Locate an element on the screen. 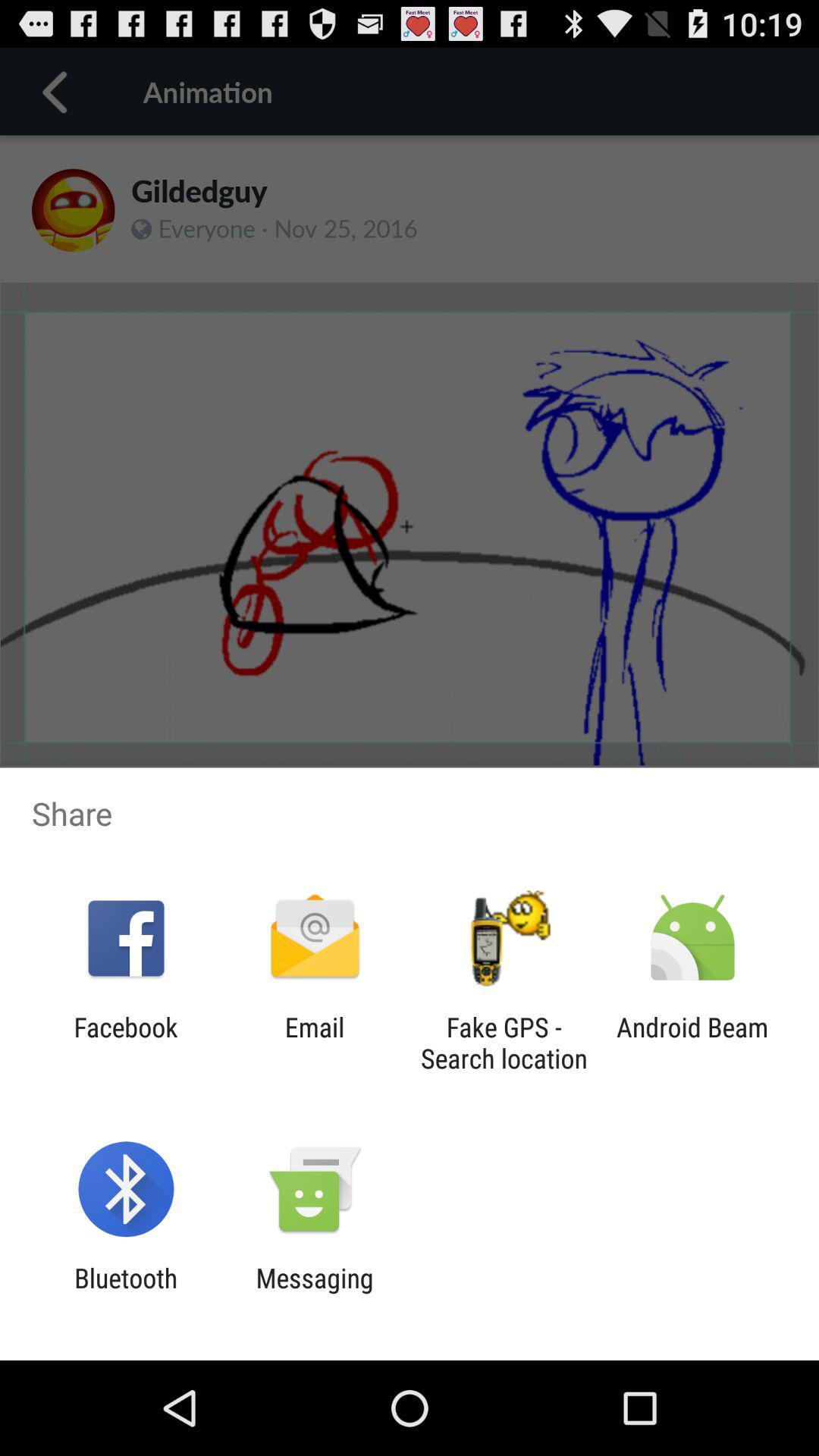 The image size is (819, 1456). the app next to the fake gps search app is located at coordinates (692, 1042).